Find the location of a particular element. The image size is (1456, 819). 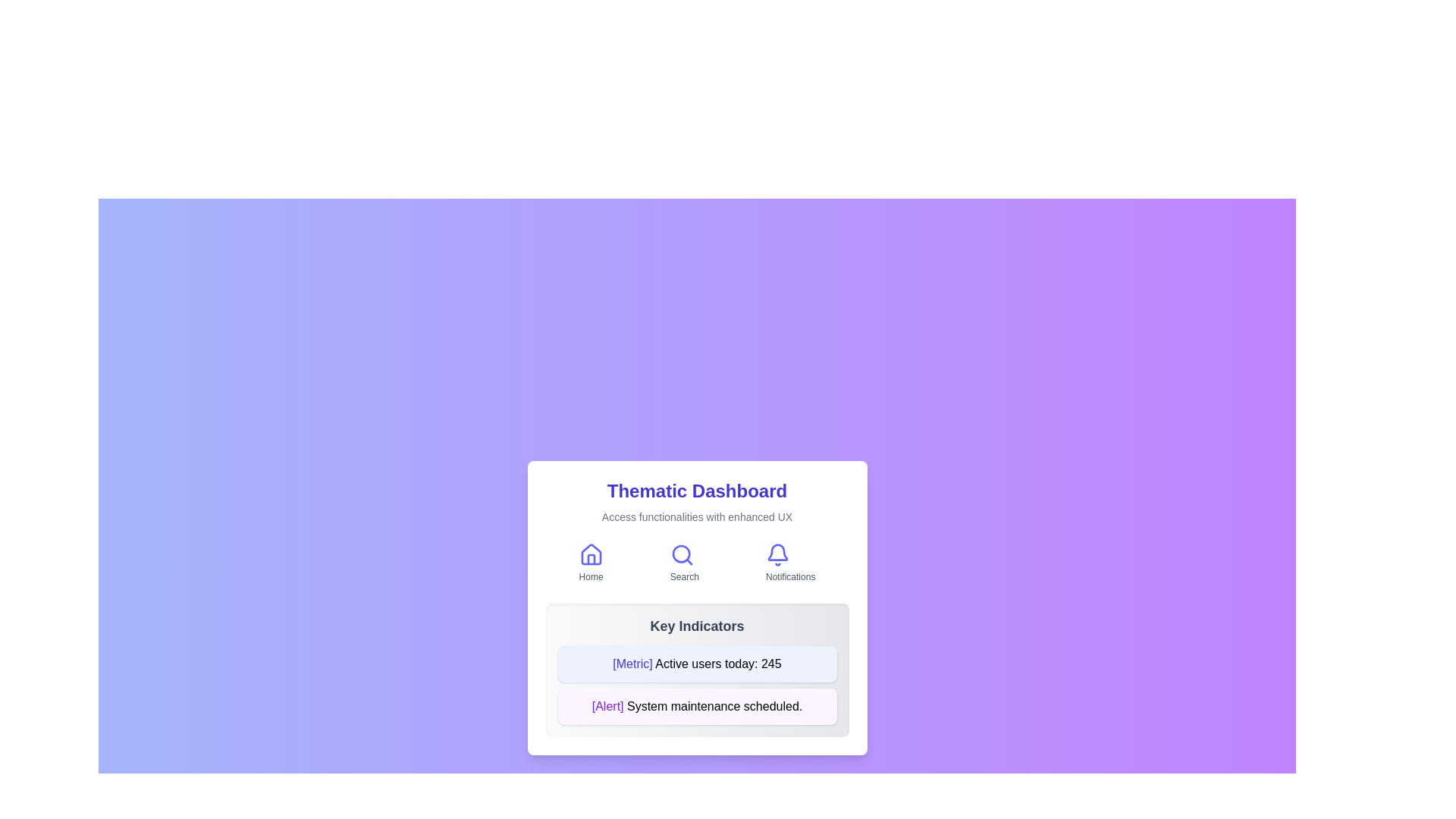

the first notification box in the 'Key Indicators' section that displays metrics related to active users today is located at coordinates (696, 663).